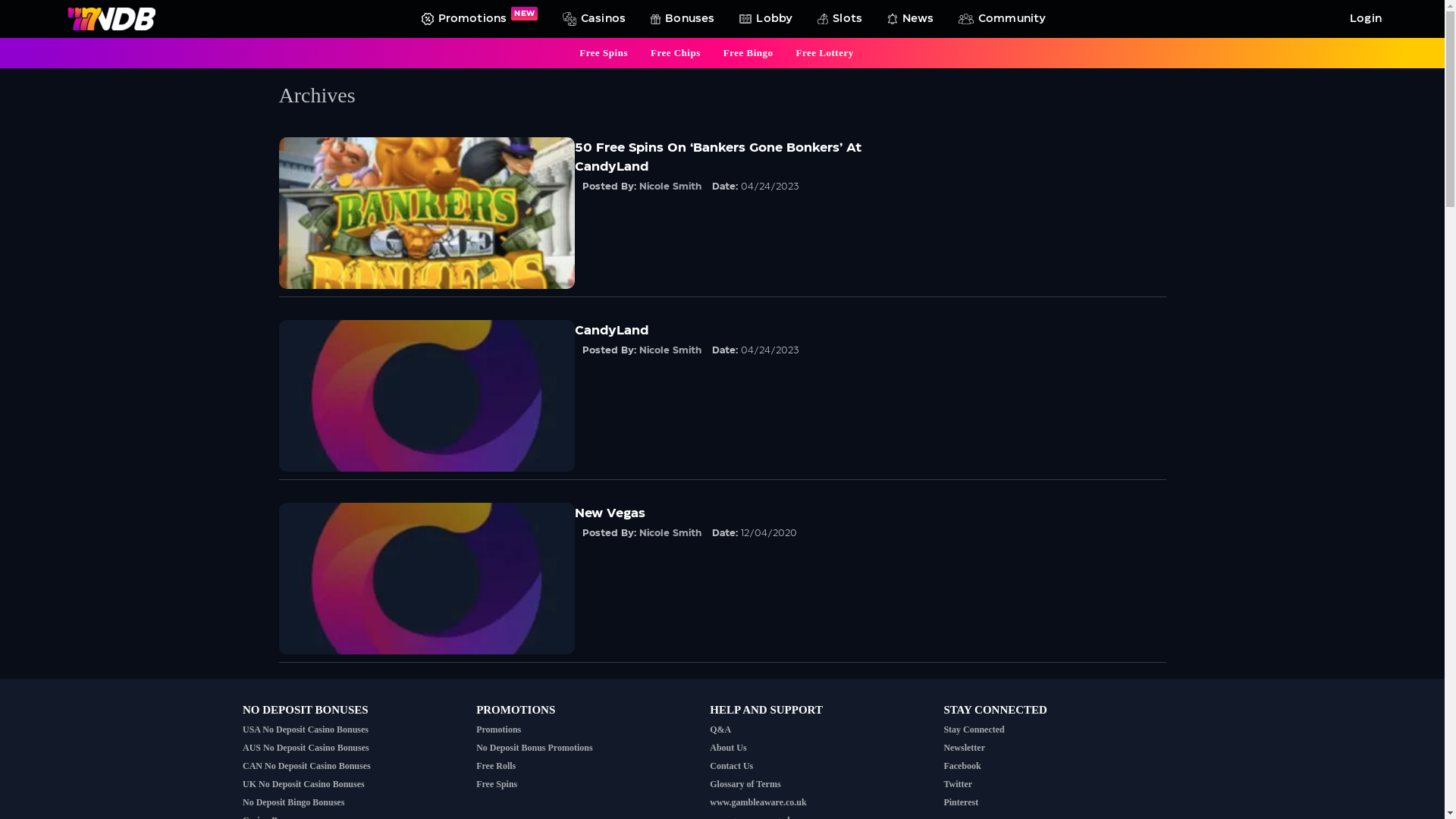 This screenshot has width=1456, height=819. Describe the element at coordinates (495, 766) in the screenshot. I see `'Free Rolls'` at that location.